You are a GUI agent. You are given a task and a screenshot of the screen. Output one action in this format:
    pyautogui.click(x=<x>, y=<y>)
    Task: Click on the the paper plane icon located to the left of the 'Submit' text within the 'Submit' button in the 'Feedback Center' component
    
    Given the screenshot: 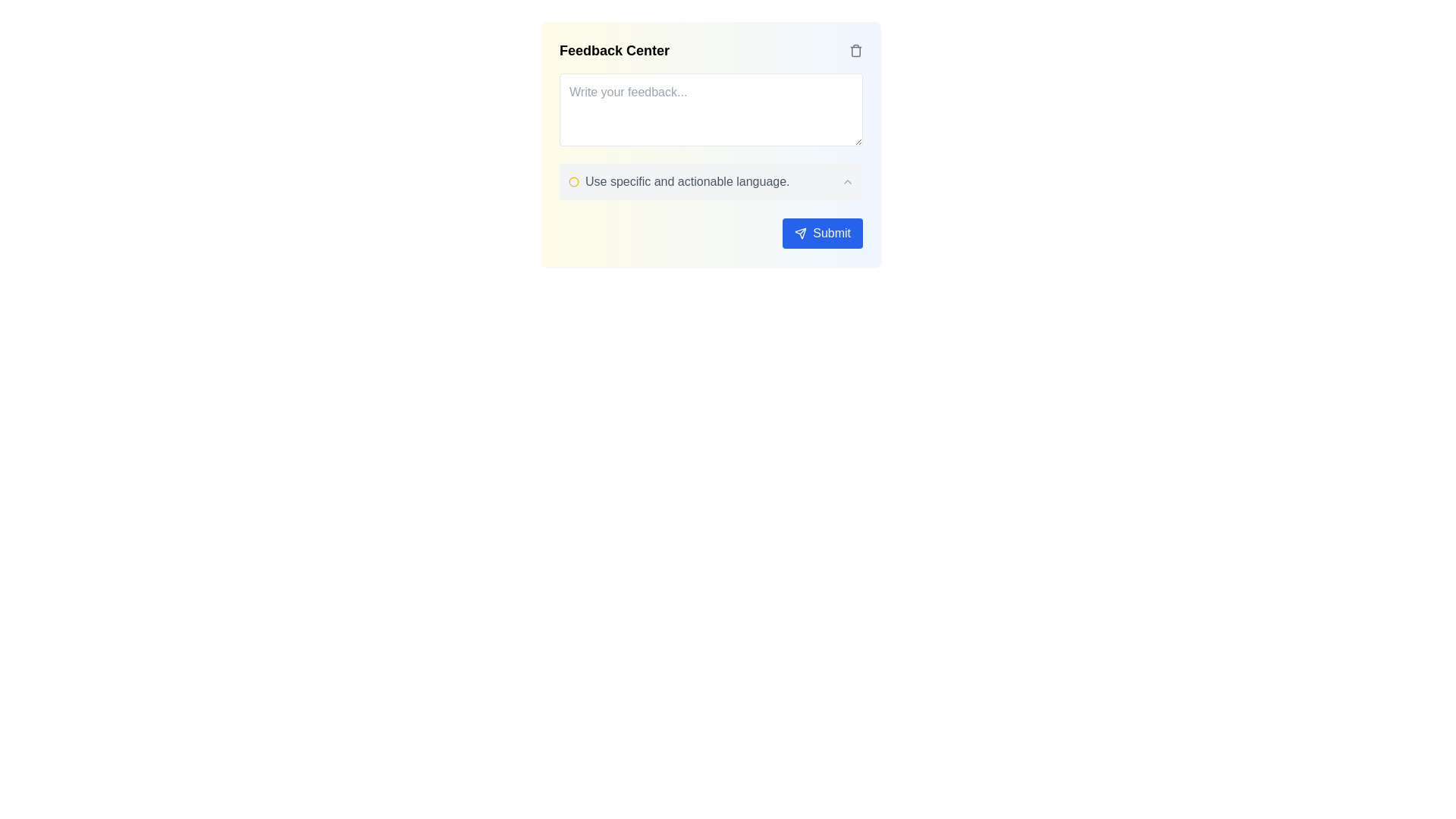 What is the action you would take?
    pyautogui.click(x=800, y=234)
    